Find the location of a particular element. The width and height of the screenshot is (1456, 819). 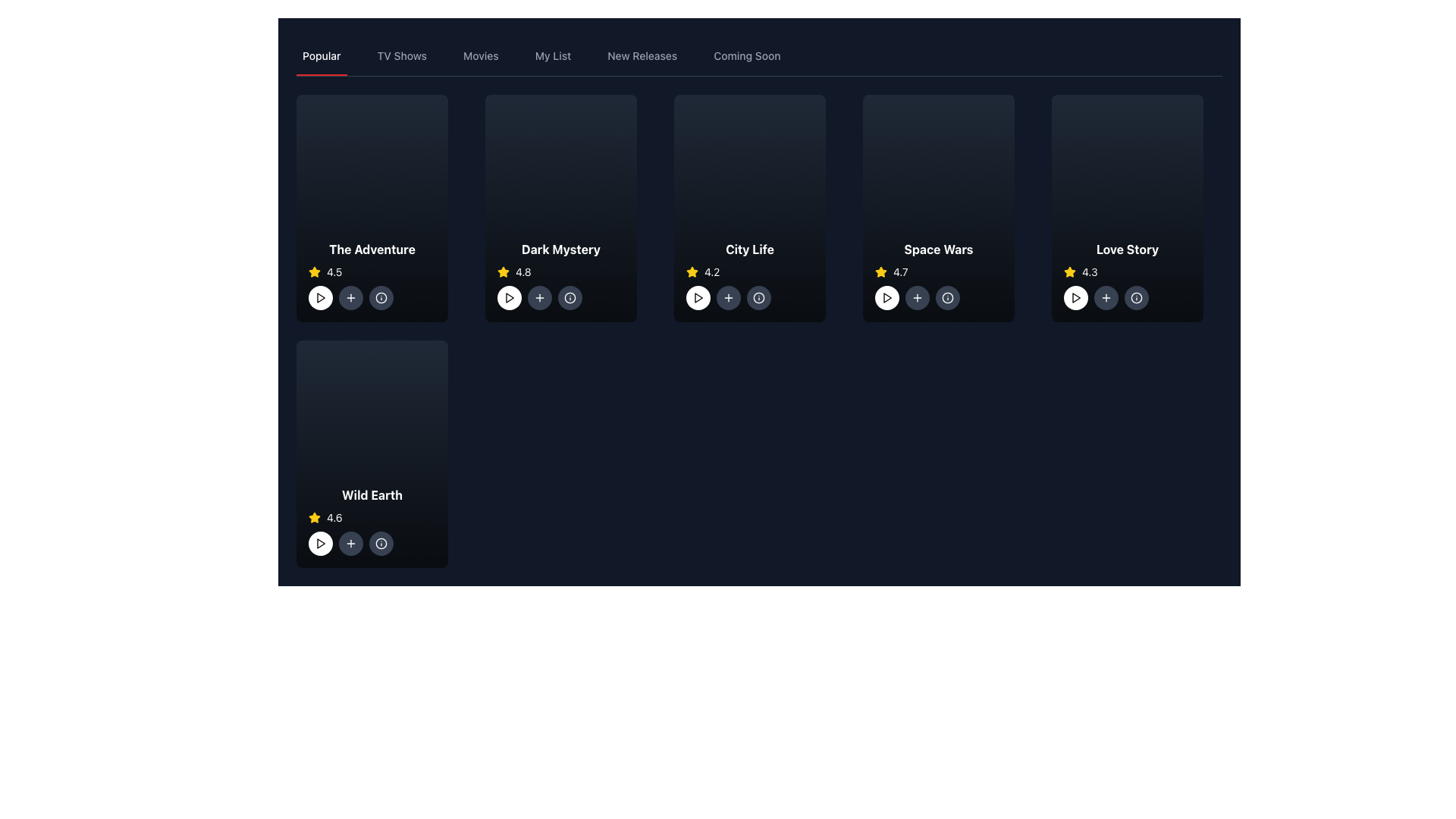

the yellow star icon representing the rating for the item 'City Life' located in the third column of the top row within the grid of cards, positioned to the left of the text '4.2' is located at coordinates (691, 271).